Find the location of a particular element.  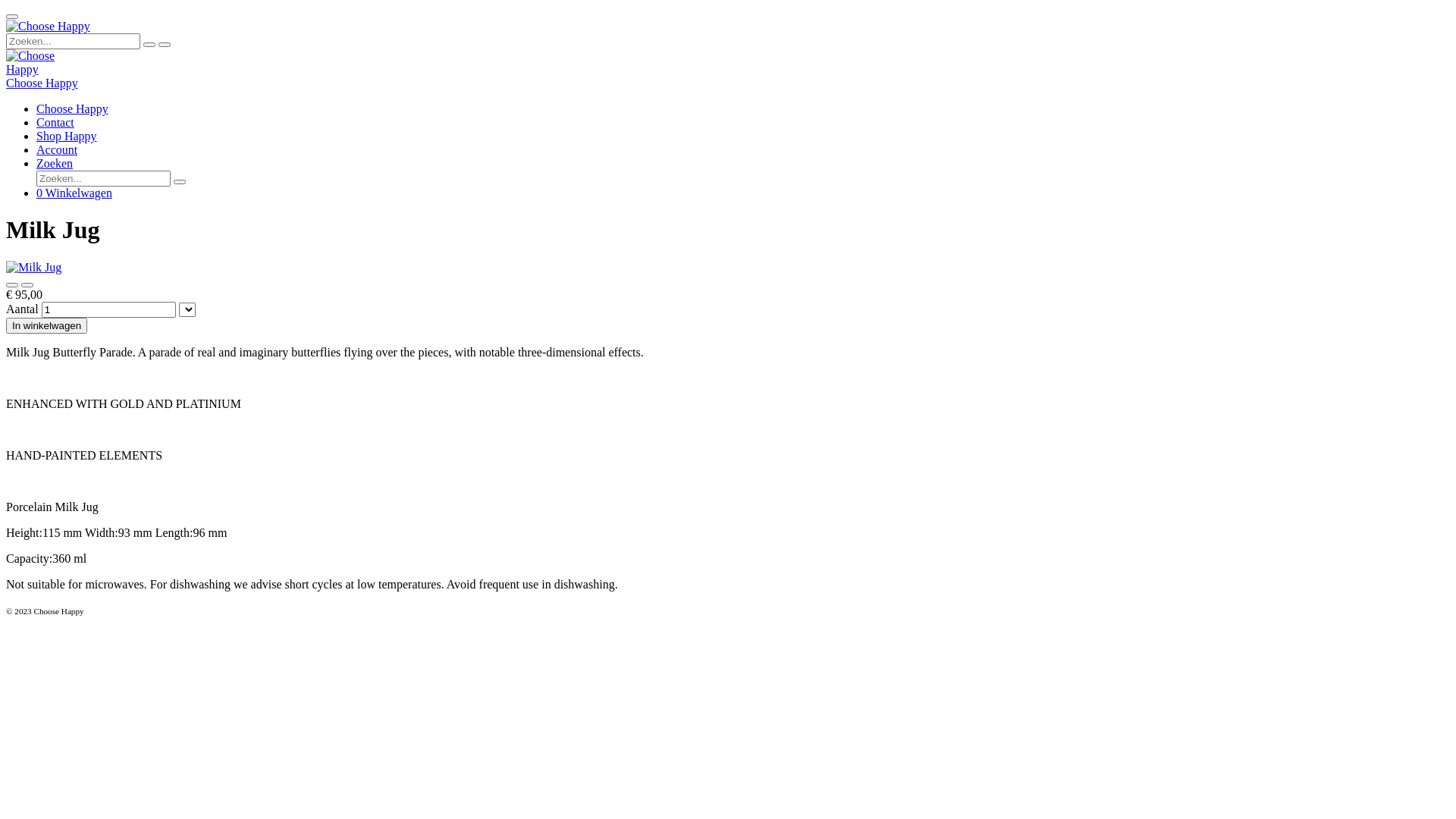

'ENHANCED WITH GOLD AND PLATINIUM' is located at coordinates (124, 403).